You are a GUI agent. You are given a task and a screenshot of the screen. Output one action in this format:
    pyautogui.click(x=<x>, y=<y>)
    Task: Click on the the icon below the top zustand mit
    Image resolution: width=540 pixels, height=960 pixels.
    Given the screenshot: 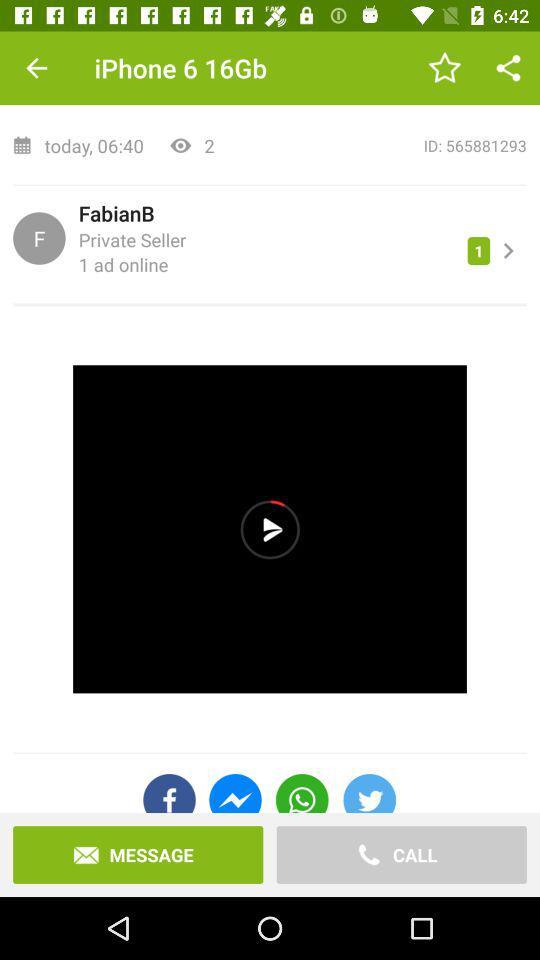 What is the action you would take?
    pyautogui.click(x=377, y=144)
    